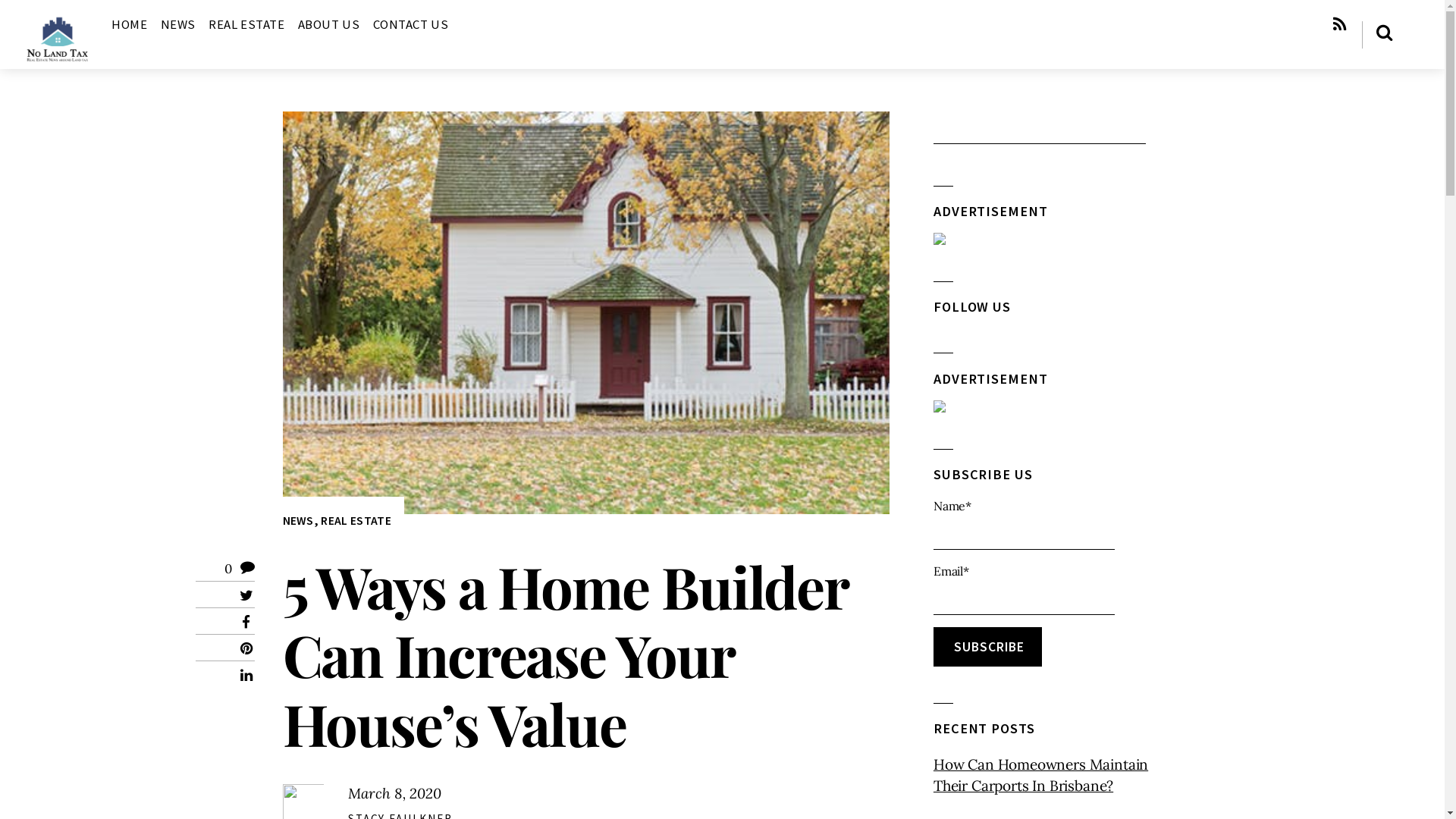 Image resolution: width=1456 pixels, height=819 pixels. I want to click on 'No Land Tax', so click(58, 39).